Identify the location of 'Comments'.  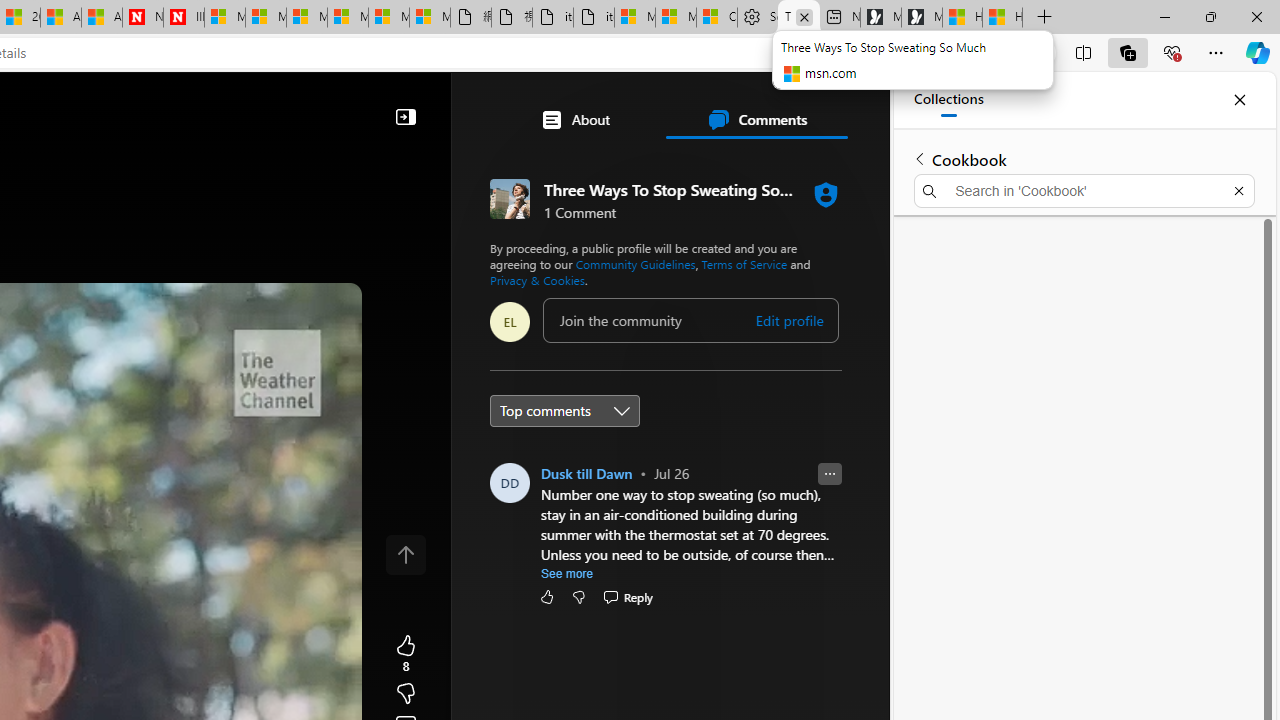
(755, 119).